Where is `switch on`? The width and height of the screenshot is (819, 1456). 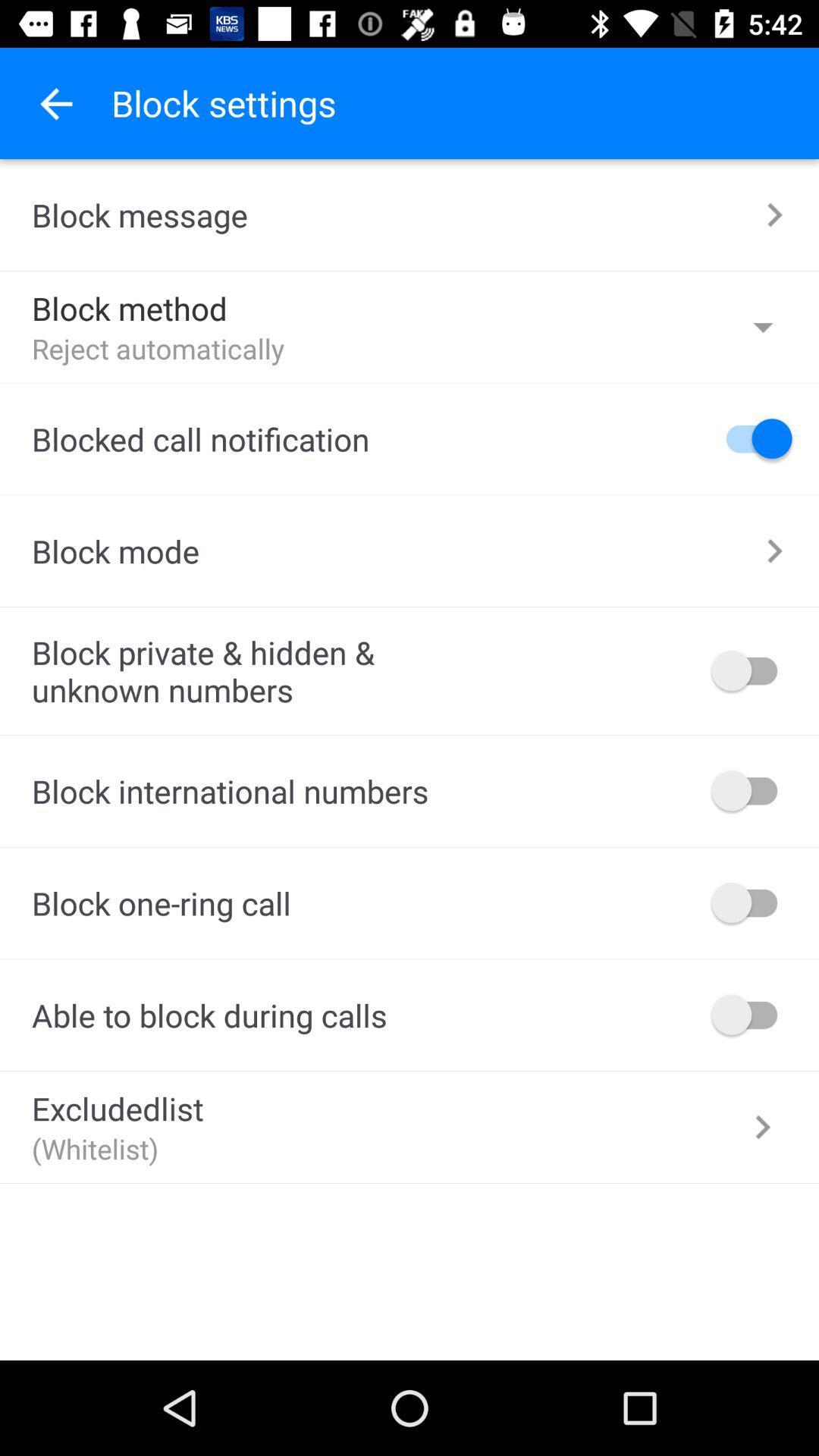
switch on is located at coordinates (752, 670).